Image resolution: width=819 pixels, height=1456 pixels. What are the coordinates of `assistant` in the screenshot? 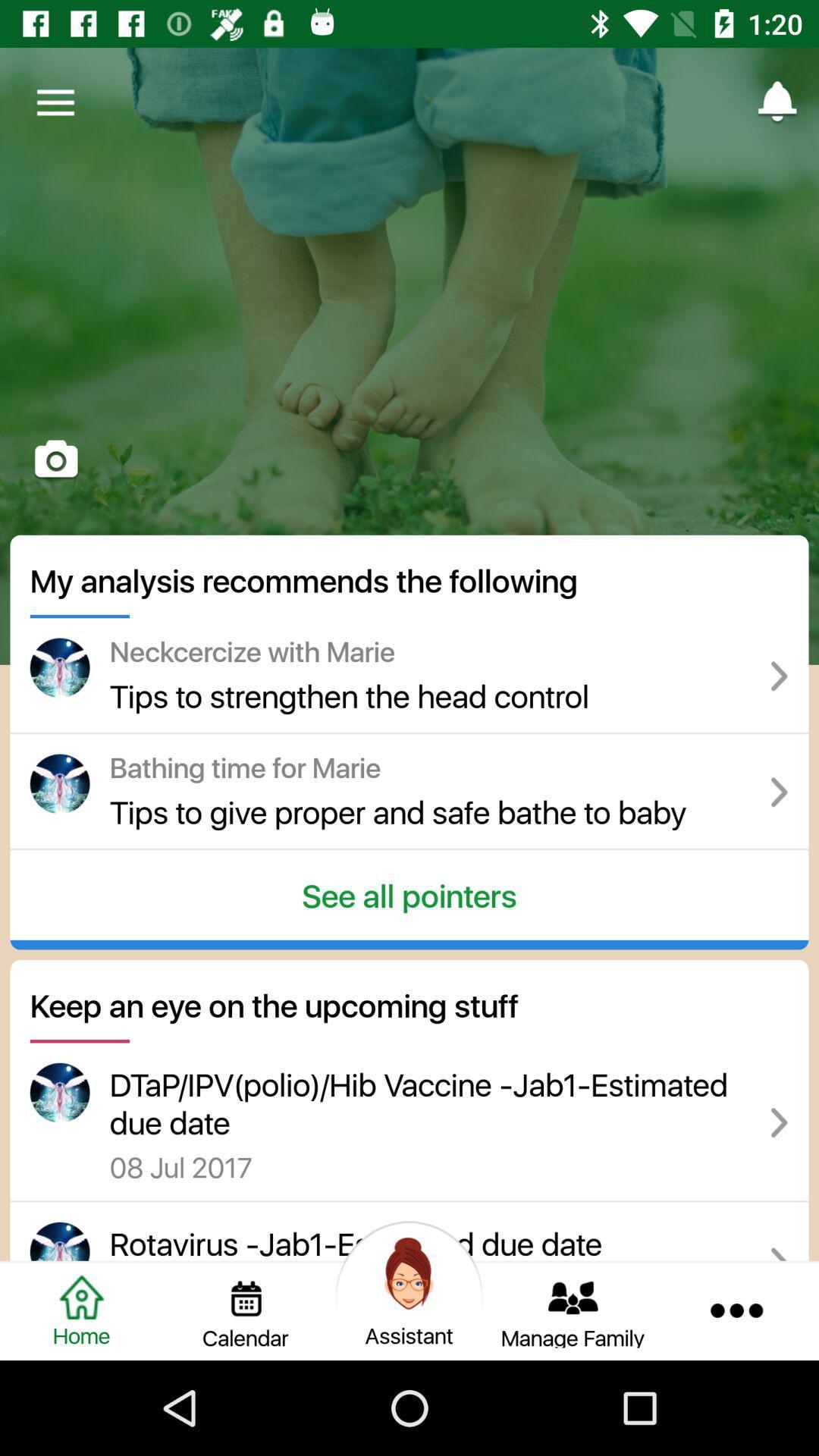 It's located at (409, 1310).